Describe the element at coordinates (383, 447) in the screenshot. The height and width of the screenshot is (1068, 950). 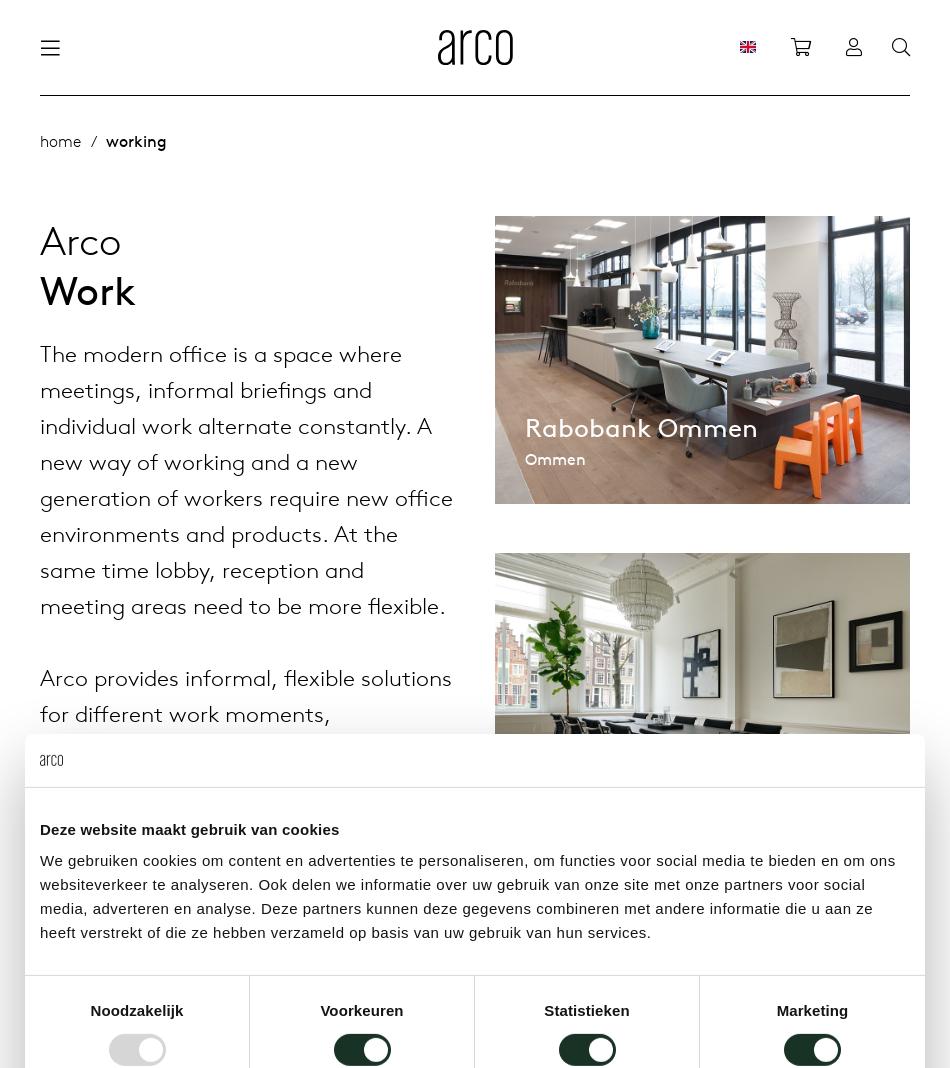
I see `'Flexible workplaces'` at that location.